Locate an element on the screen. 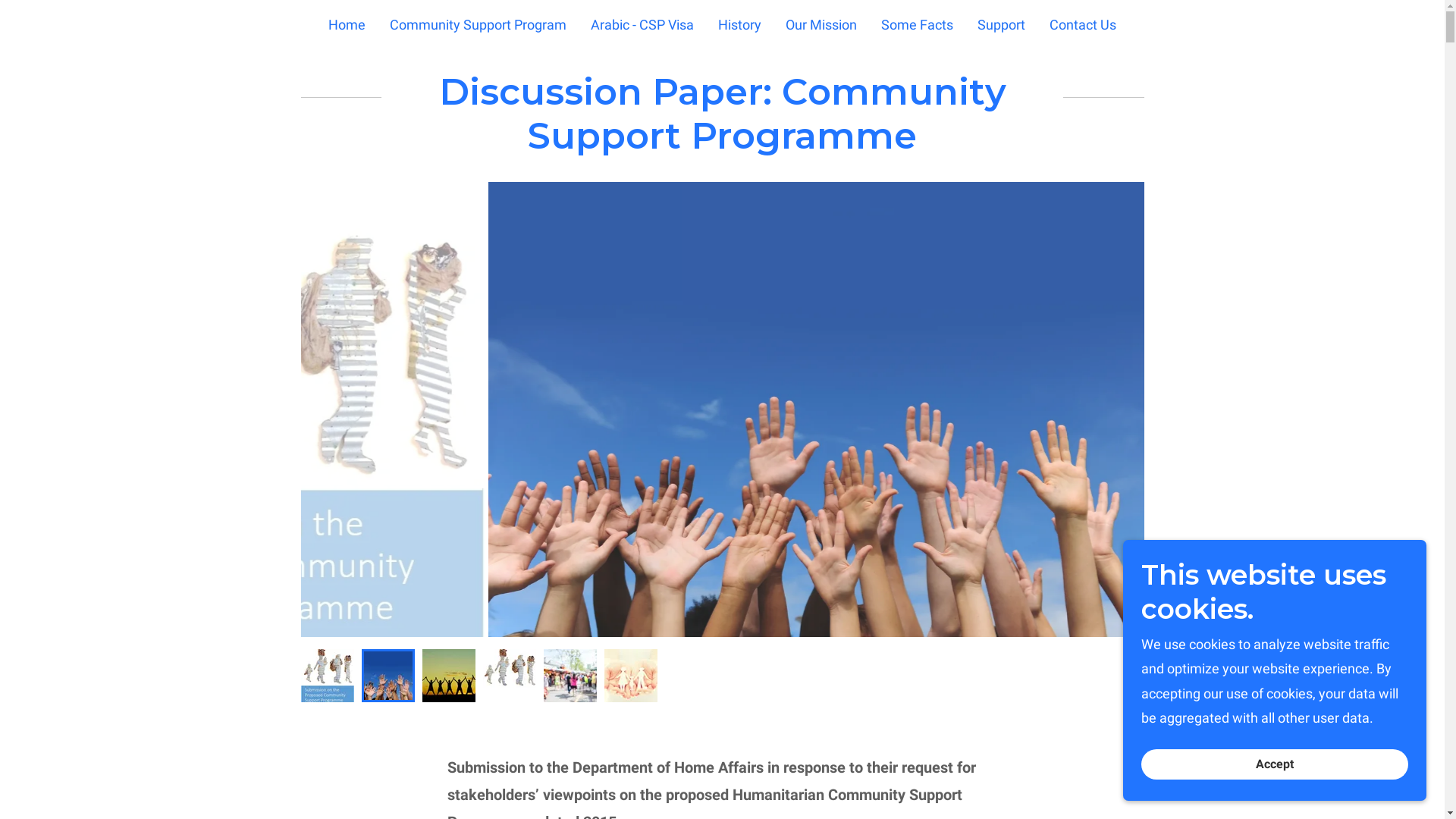 Image resolution: width=1456 pixels, height=819 pixels. 'Our Mission' is located at coordinates (821, 24).